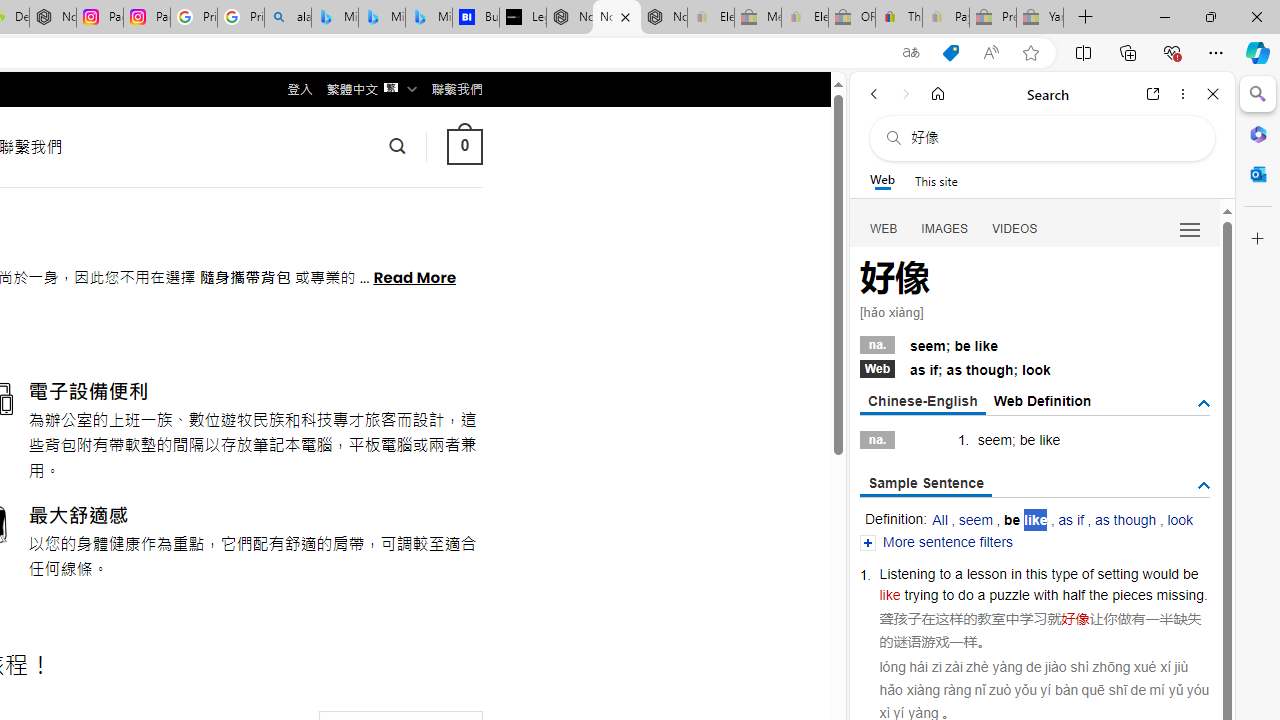 The image size is (1280, 720). What do you see at coordinates (950, 52) in the screenshot?
I see `'This site has coupons! Shopping in Microsoft Edge'` at bounding box center [950, 52].